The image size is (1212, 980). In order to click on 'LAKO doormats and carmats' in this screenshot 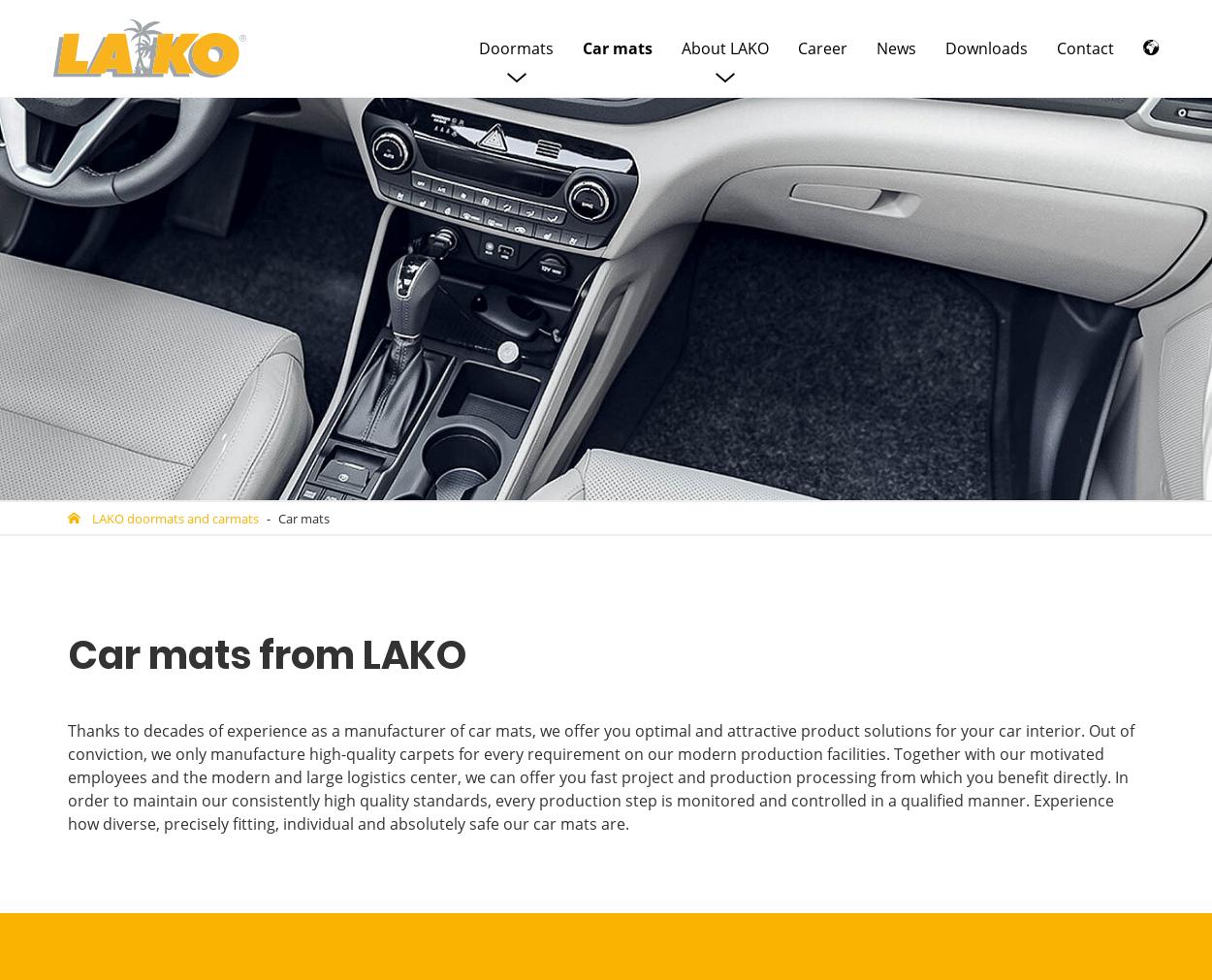, I will do `click(175, 519)`.